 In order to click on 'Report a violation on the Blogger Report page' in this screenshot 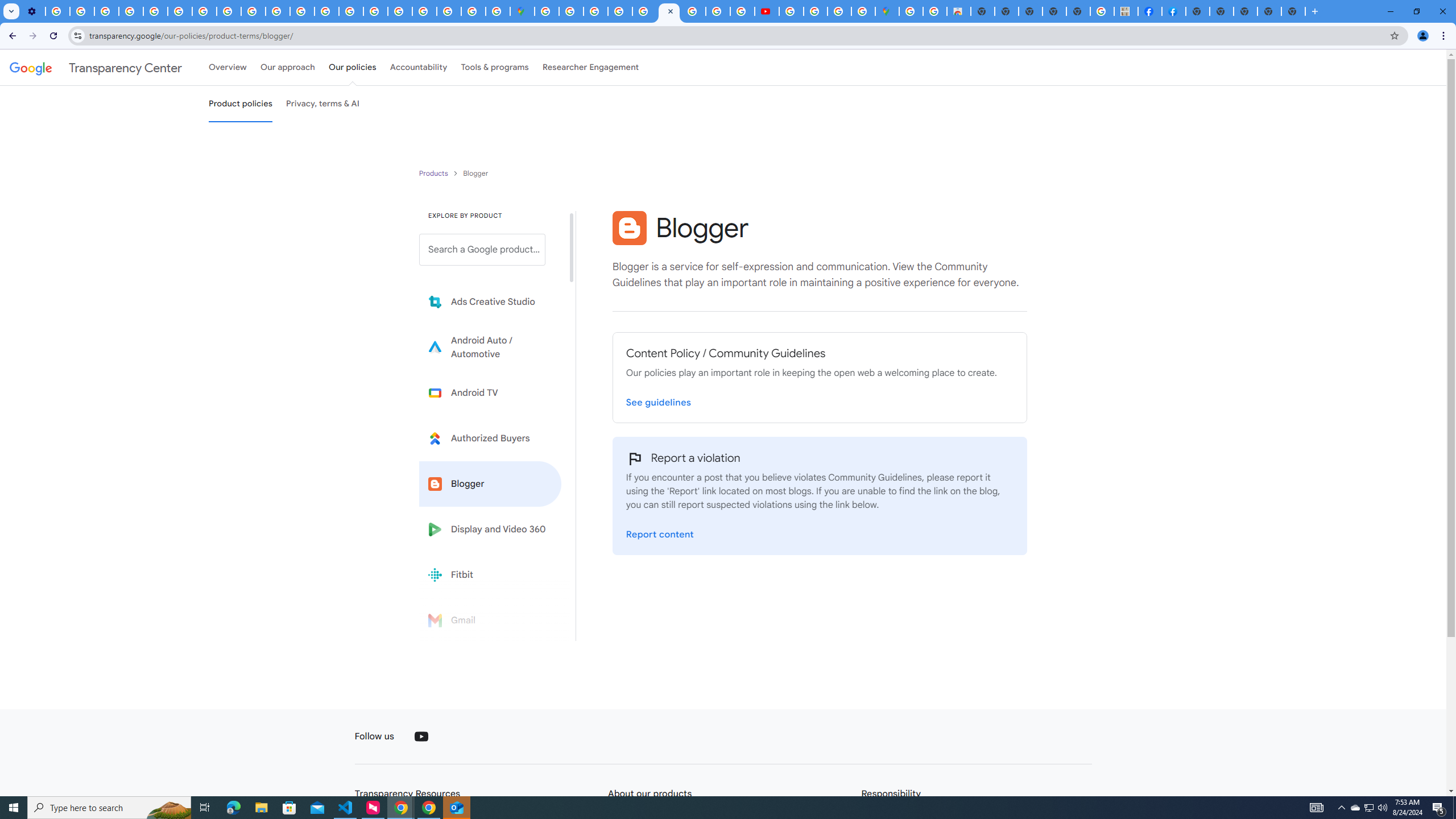, I will do `click(659, 533)`.